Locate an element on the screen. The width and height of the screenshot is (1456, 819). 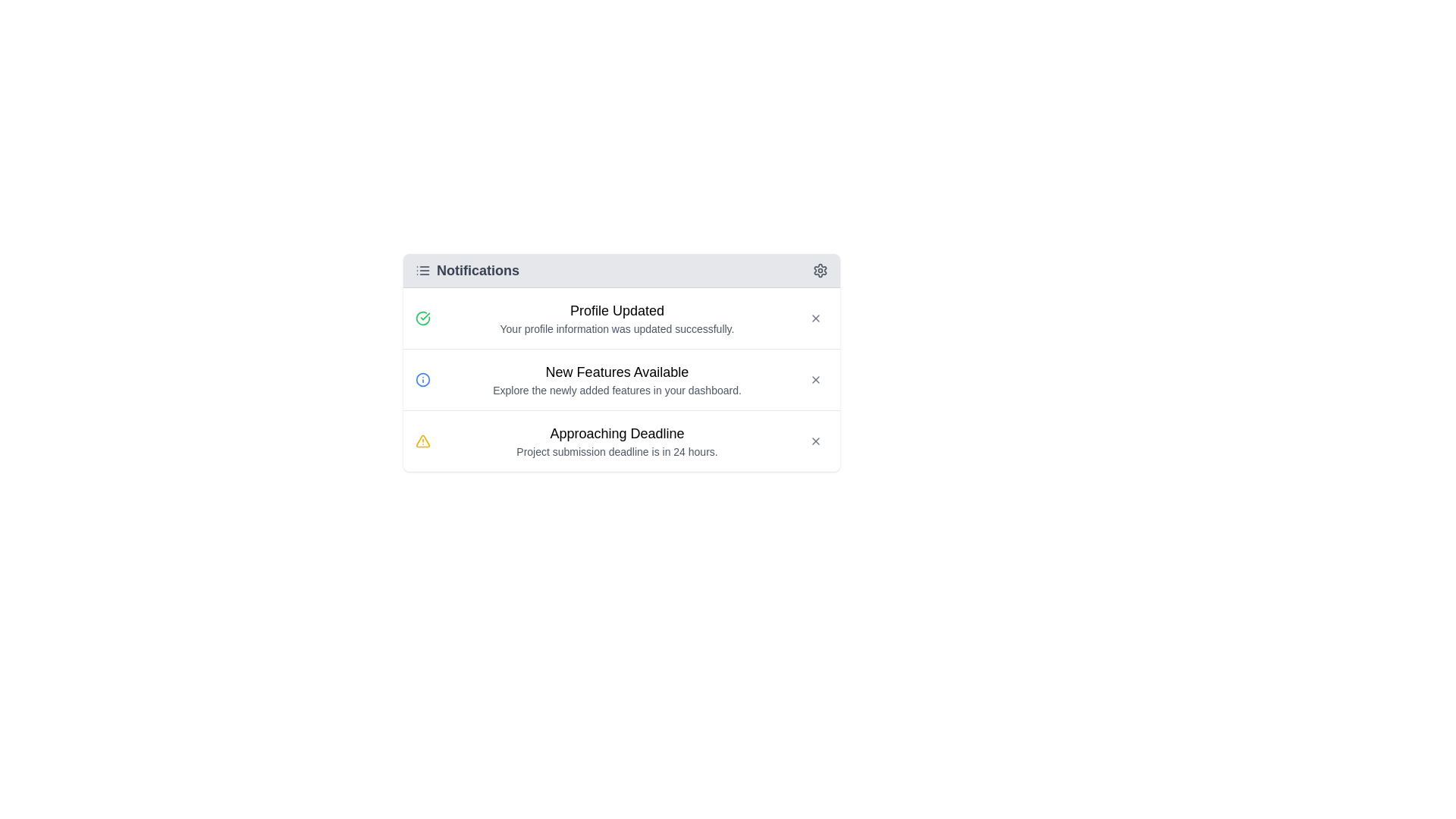
the close button located in the top-right corner of the notification titled 'New Features Available' to change the icon color is located at coordinates (814, 379).